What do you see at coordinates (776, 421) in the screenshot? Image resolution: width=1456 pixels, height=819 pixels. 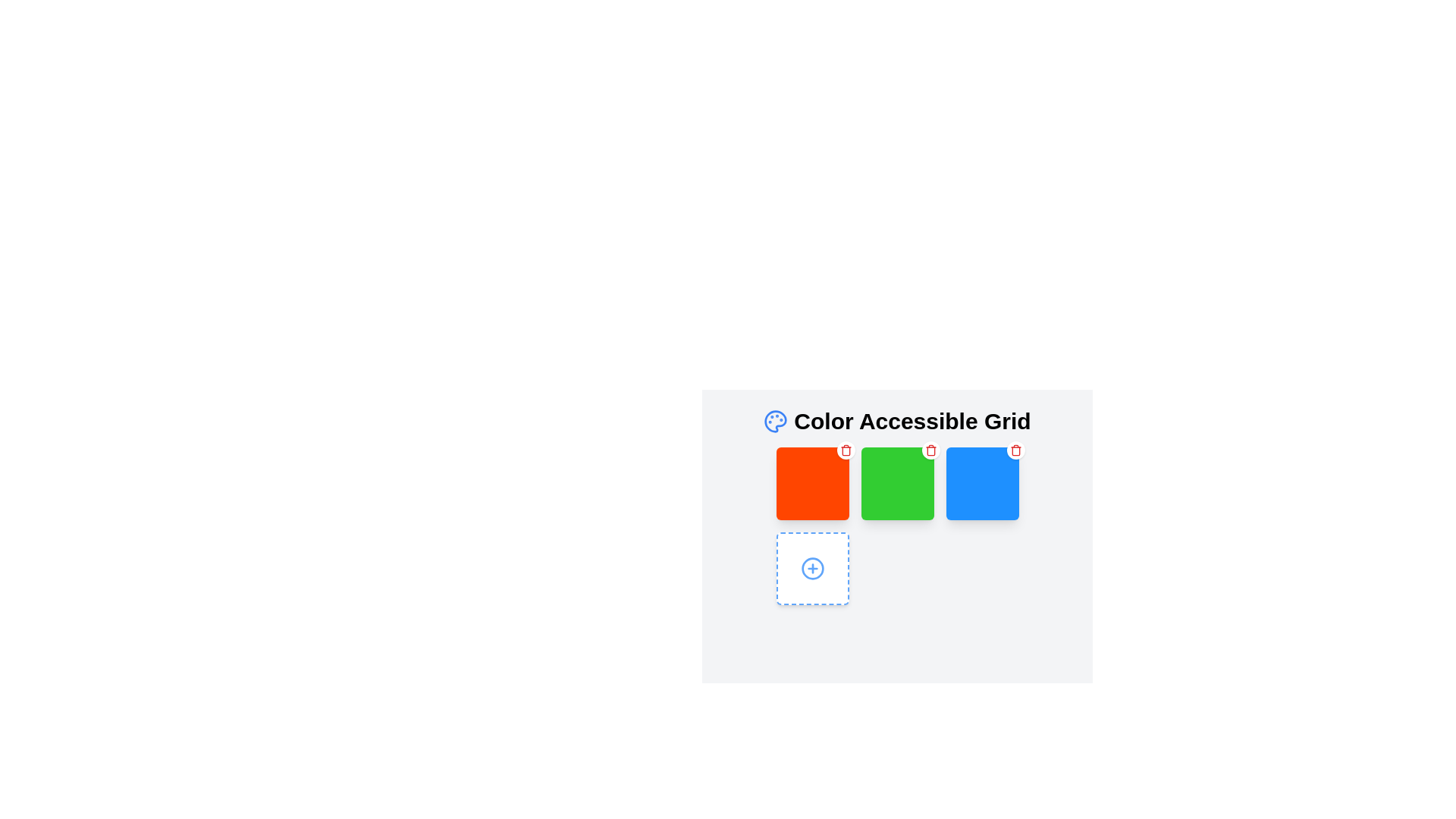 I see `the palette icon located in the upper-left corner of the interface, adjacent to the 'Color Accessible Grid' title` at bounding box center [776, 421].